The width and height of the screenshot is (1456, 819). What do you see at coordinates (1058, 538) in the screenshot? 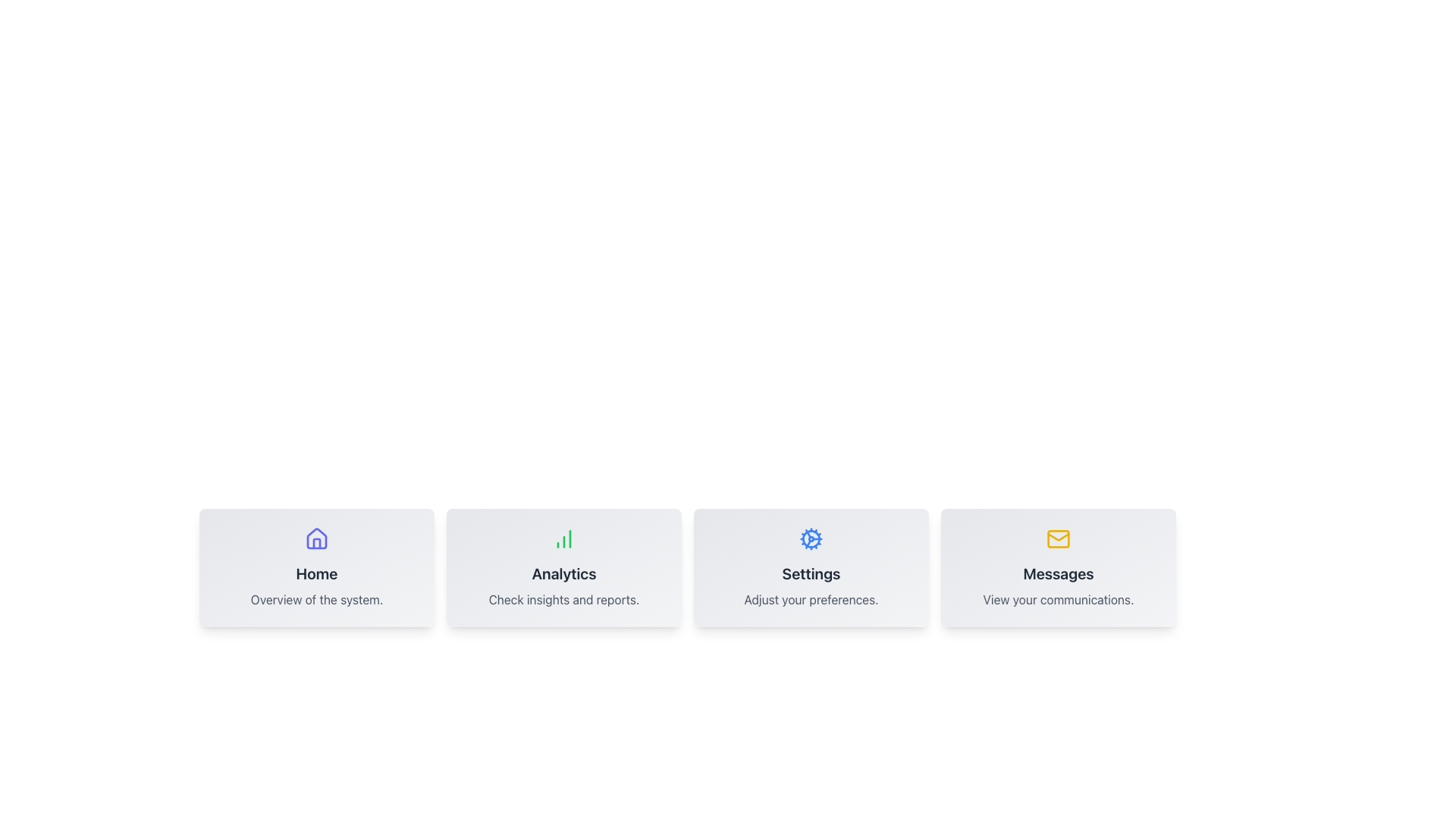
I see `the message icon located centrally within the 'Messages' card, which visually represents communication and is positioned above the text elements 'Messages' and 'View your communications.'` at bounding box center [1058, 538].